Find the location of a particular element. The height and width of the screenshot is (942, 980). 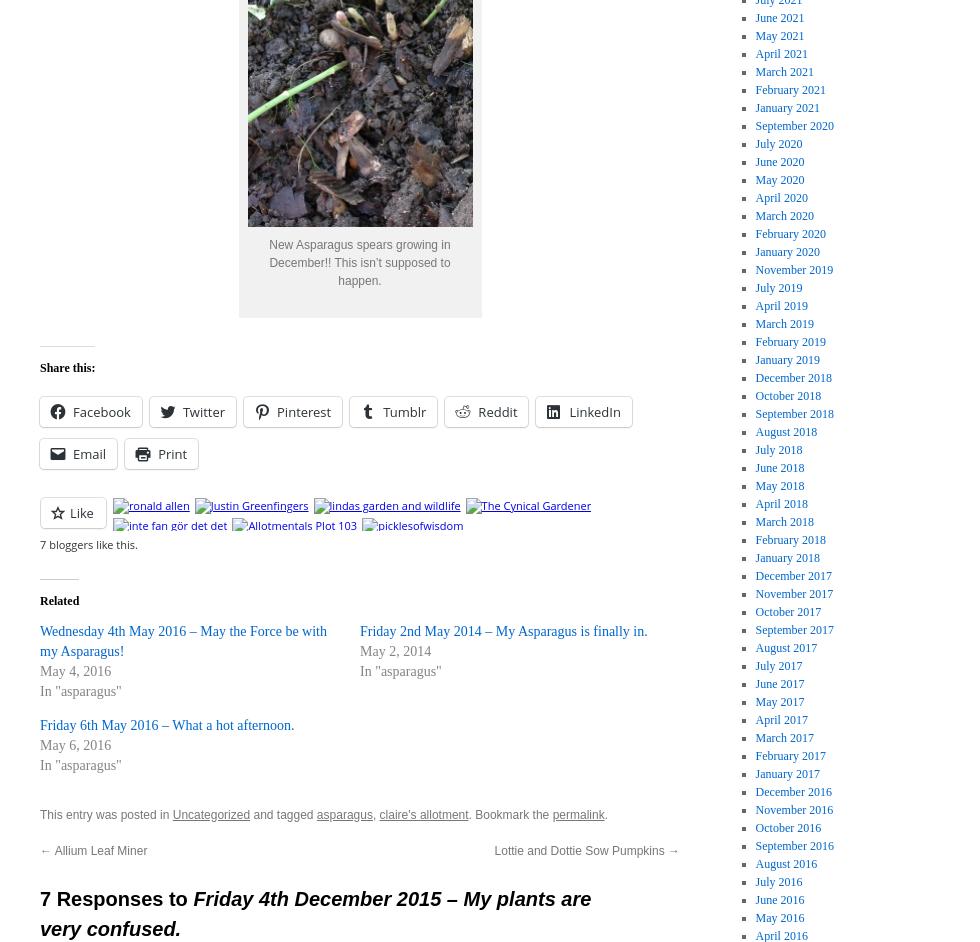

'Lottie and Dottie Sow Pumpkins' is located at coordinates (581, 849).